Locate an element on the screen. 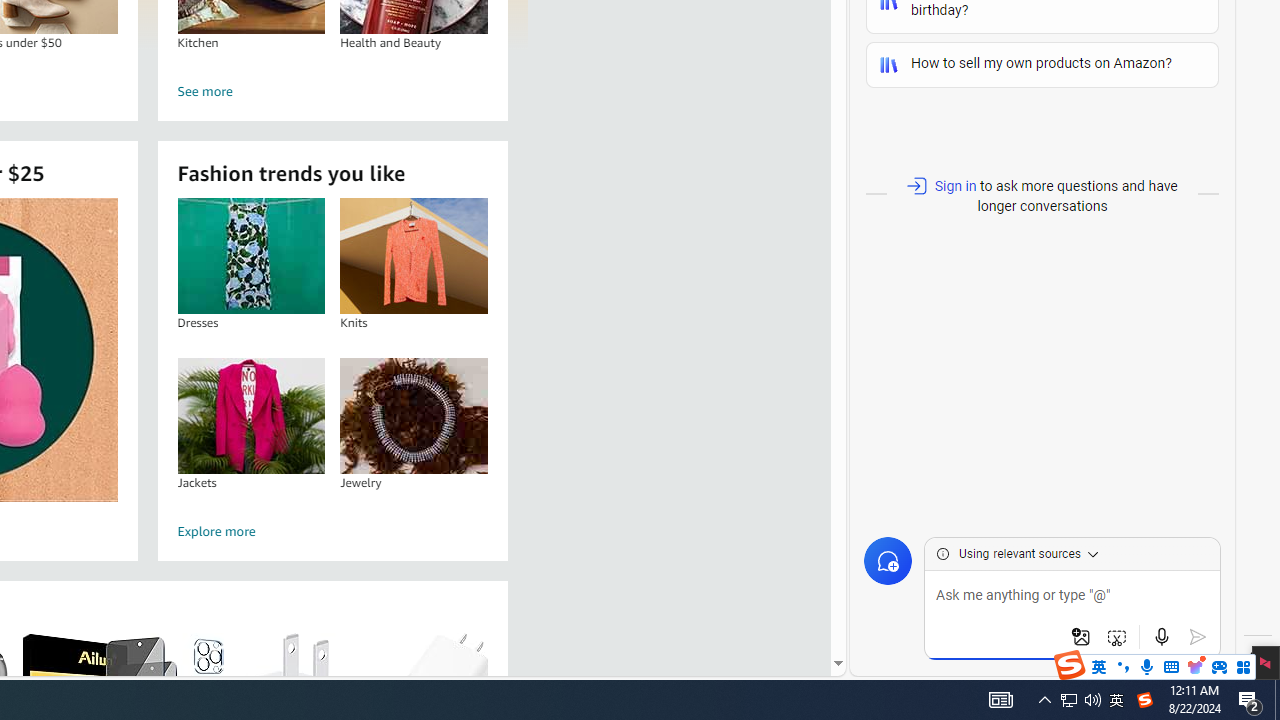 The width and height of the screenshot is (1280, 720). 'Jewelry' is located at coordinates (413, 414).